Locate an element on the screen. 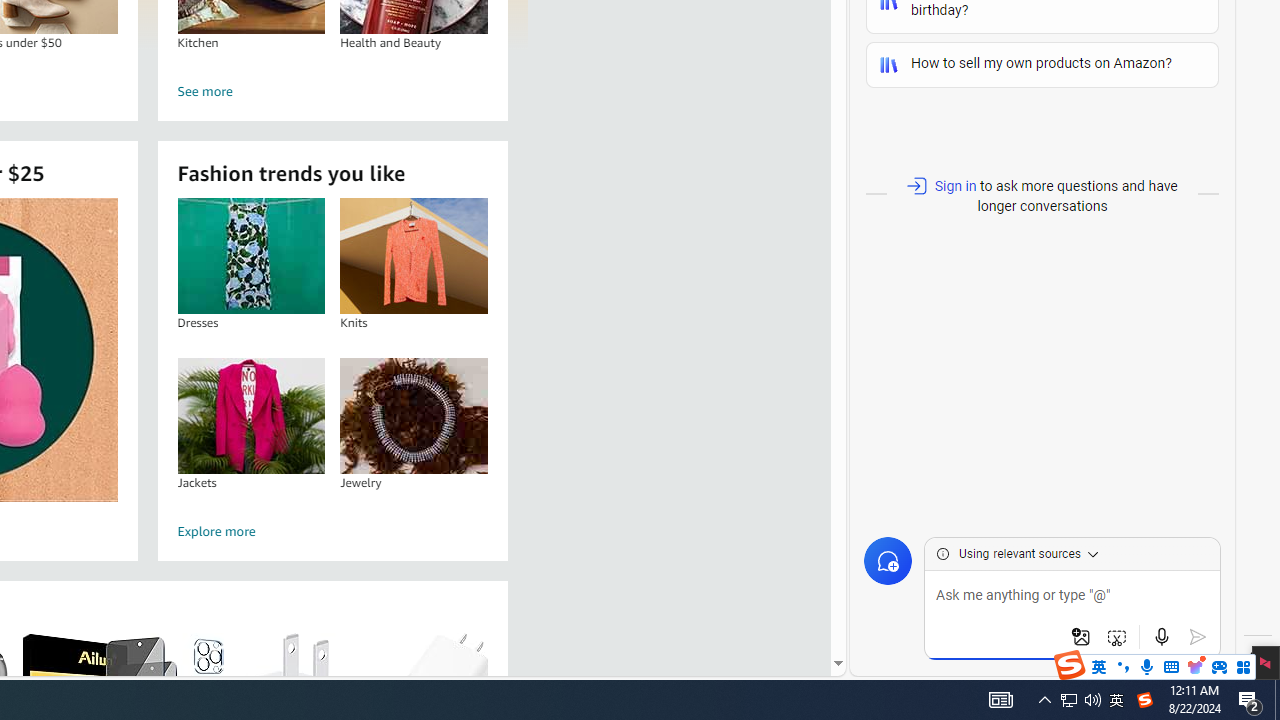 The width and height of the screenshot is (1280, 720). 'Jewelry' is located at coordinates (413, 414).